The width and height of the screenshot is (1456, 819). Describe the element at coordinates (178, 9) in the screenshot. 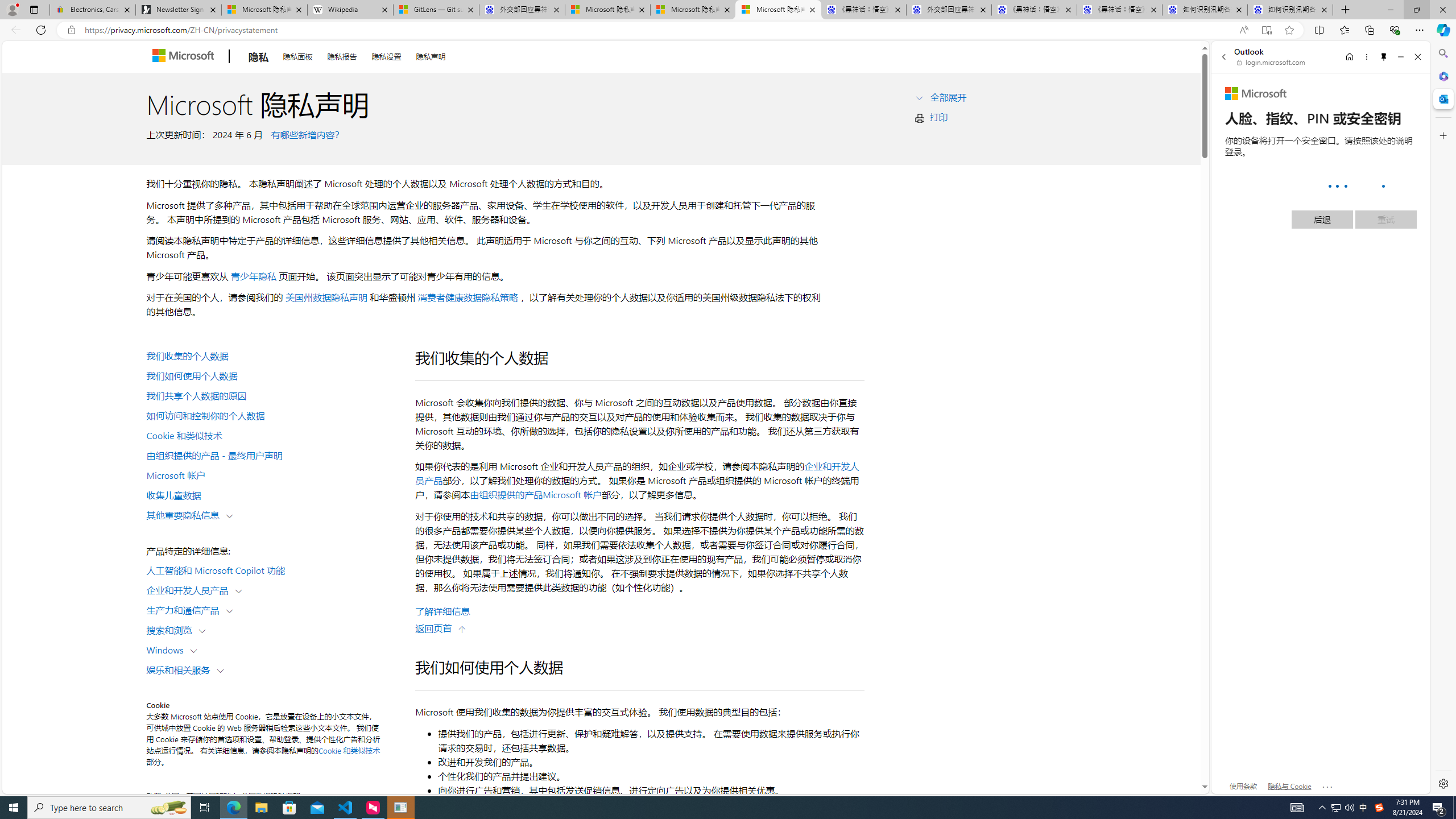

I see `'Newsletter Sign Up'` at that location.